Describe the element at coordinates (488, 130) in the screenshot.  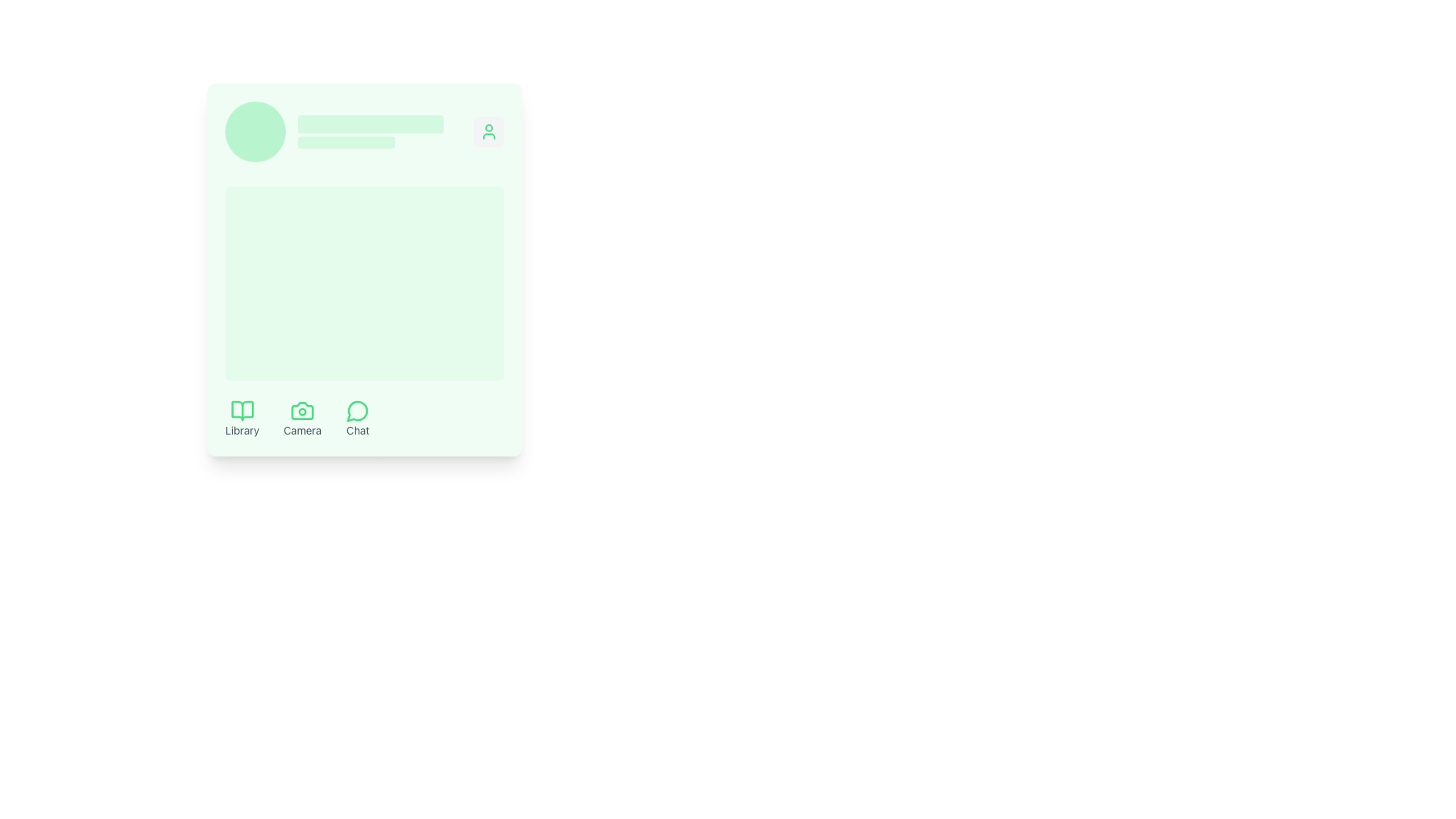
I see `the user icon represented as a circular head with a smaller body outline below, styled in green, located in the top-right corner of the card interface` at that location.